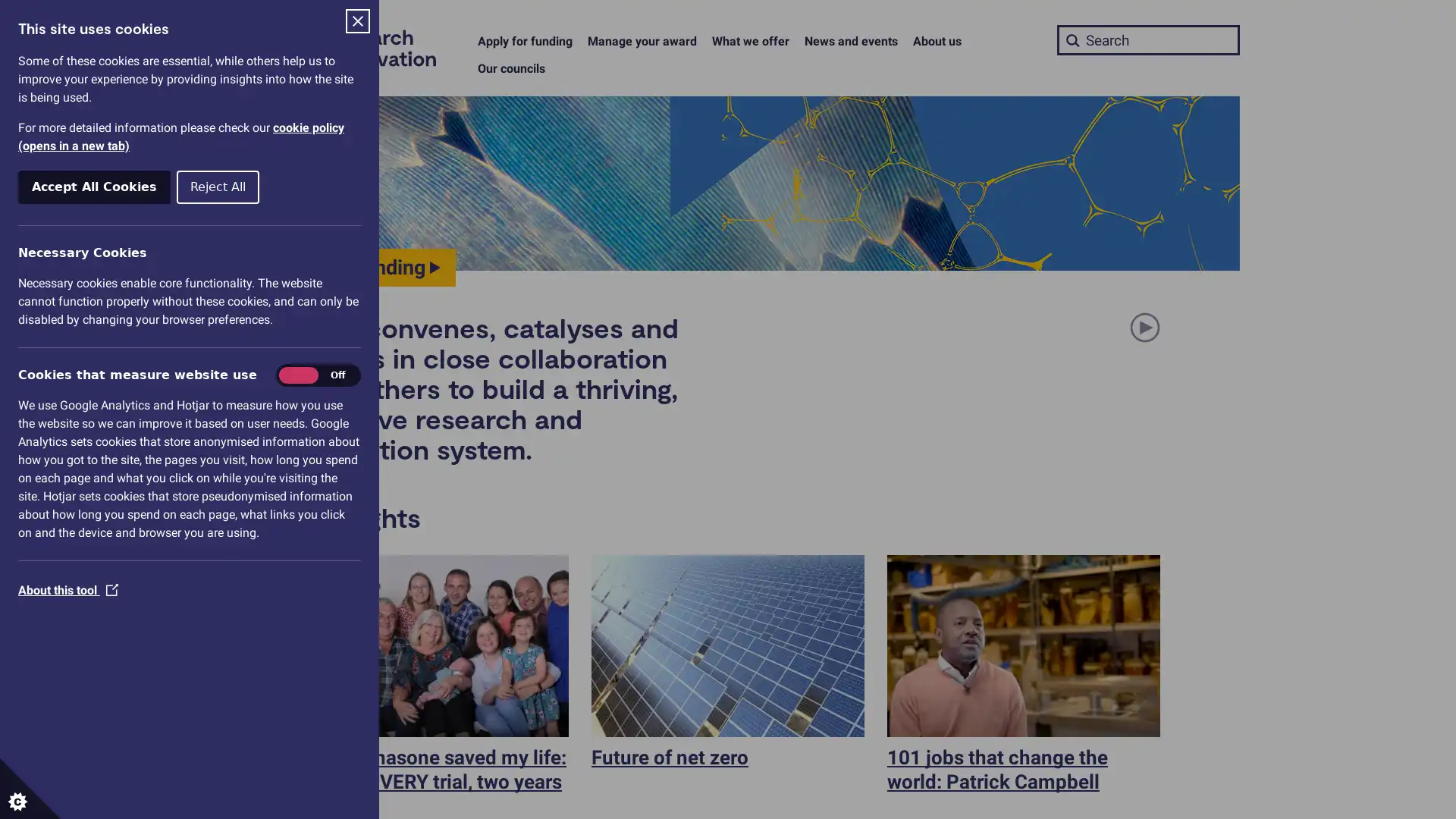  What do you see at coordinates (356, 20) in the screenshot?
I see `Close` at bounding box center [356, 20].